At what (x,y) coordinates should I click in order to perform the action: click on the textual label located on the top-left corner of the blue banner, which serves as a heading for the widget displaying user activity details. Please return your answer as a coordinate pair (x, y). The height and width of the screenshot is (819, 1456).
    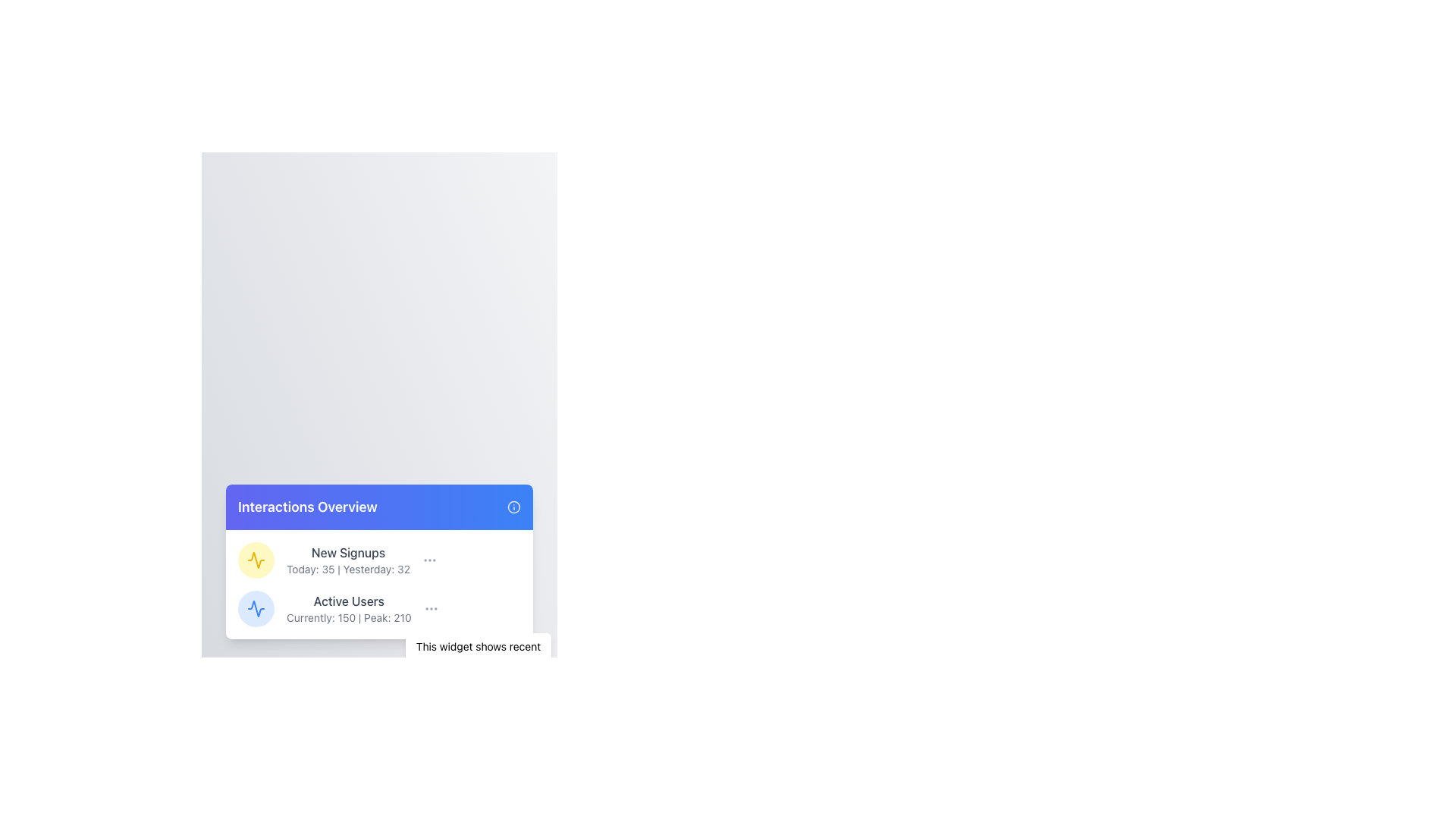
    Looking at the image, I should click on (306, 507).